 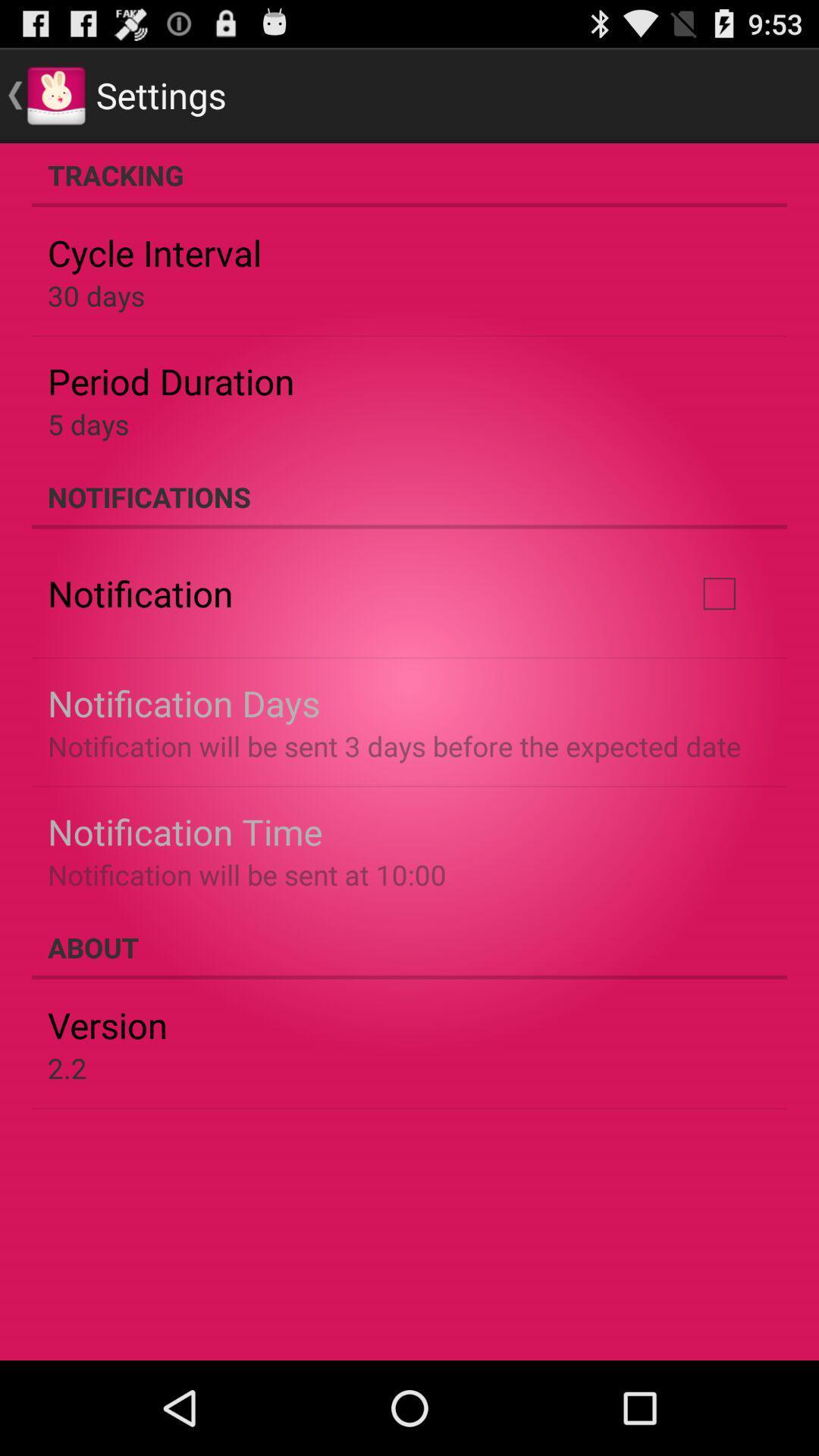 What do you see at coordinates (718, 592) in the screenshot?
I see `app below notifications` at bounding box center [718, 592].